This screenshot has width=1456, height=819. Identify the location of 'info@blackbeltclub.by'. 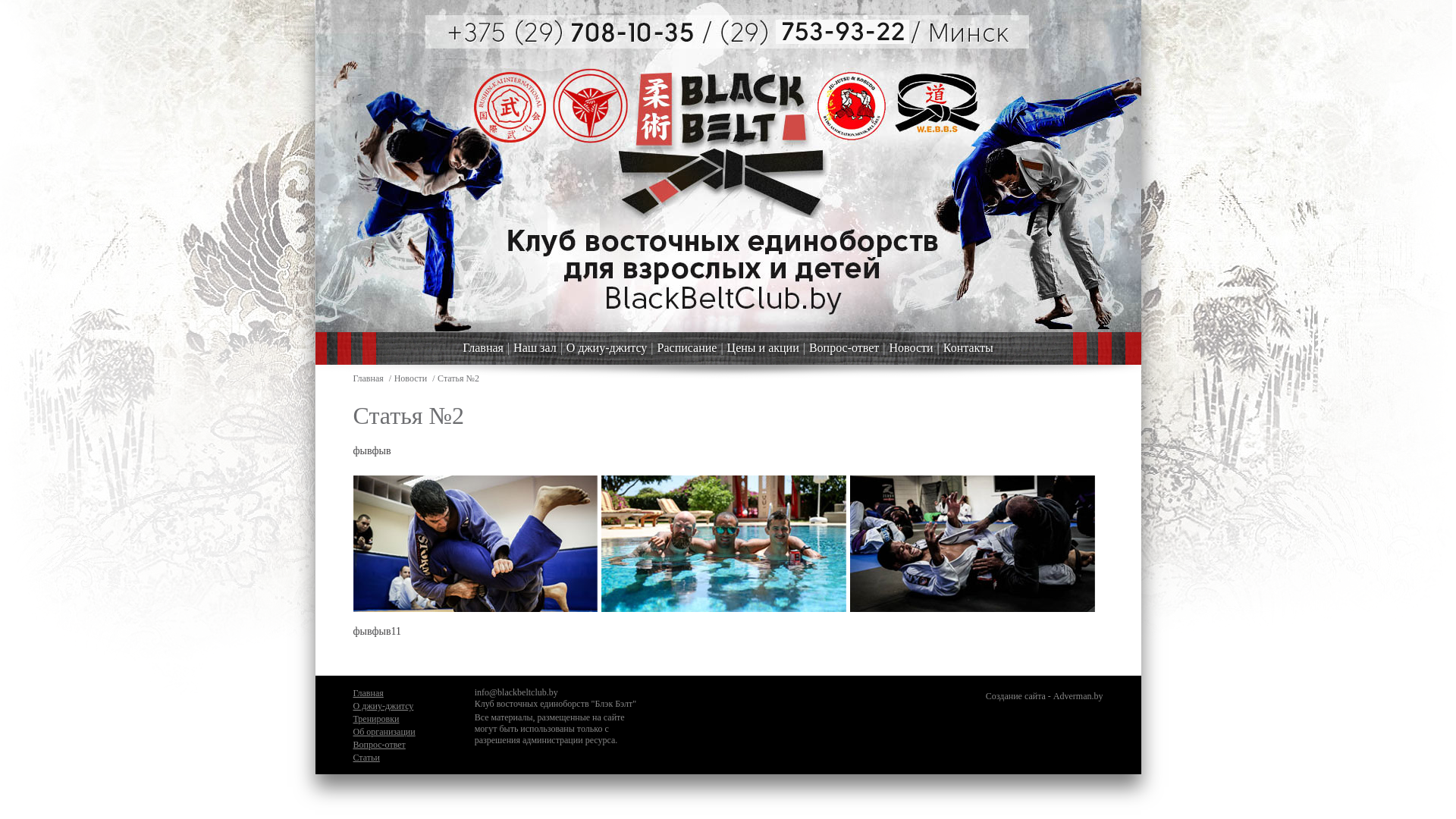
(516, 692).